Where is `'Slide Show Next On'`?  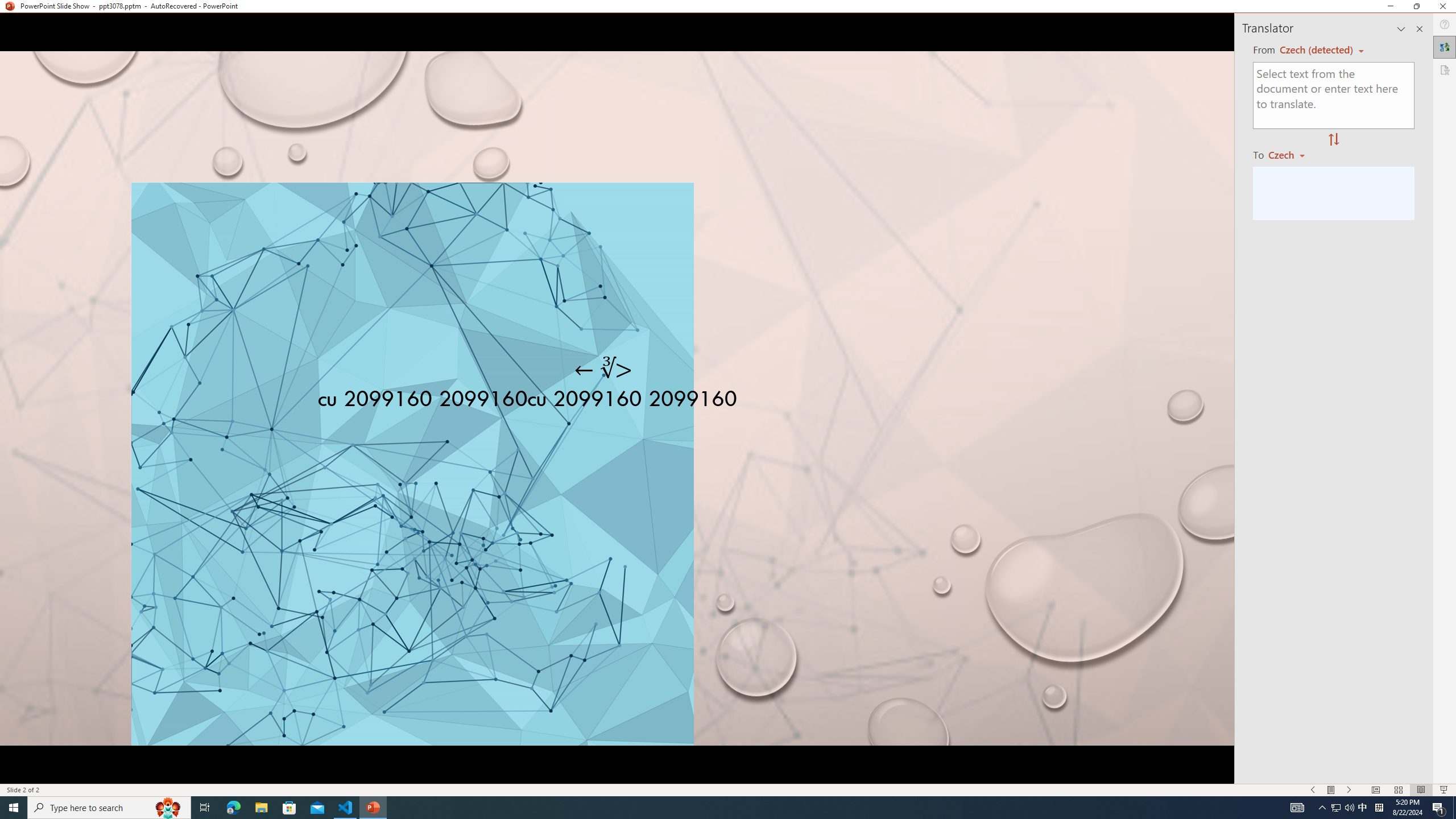 'Slide Show Next On' is located at coordinates (1349, 790).